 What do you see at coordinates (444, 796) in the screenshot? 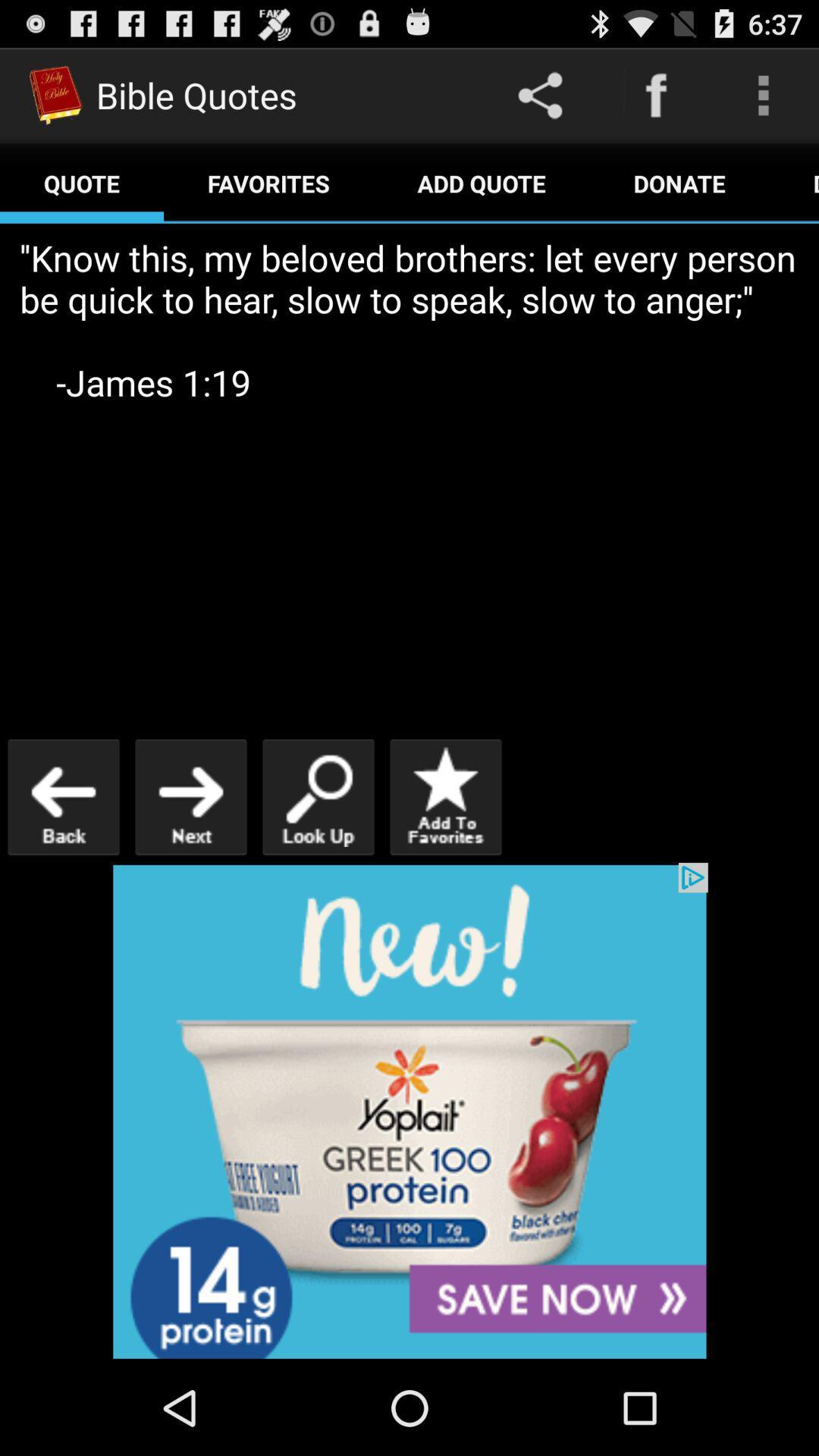
I see `to favourites` at bounding box center [444, 796].